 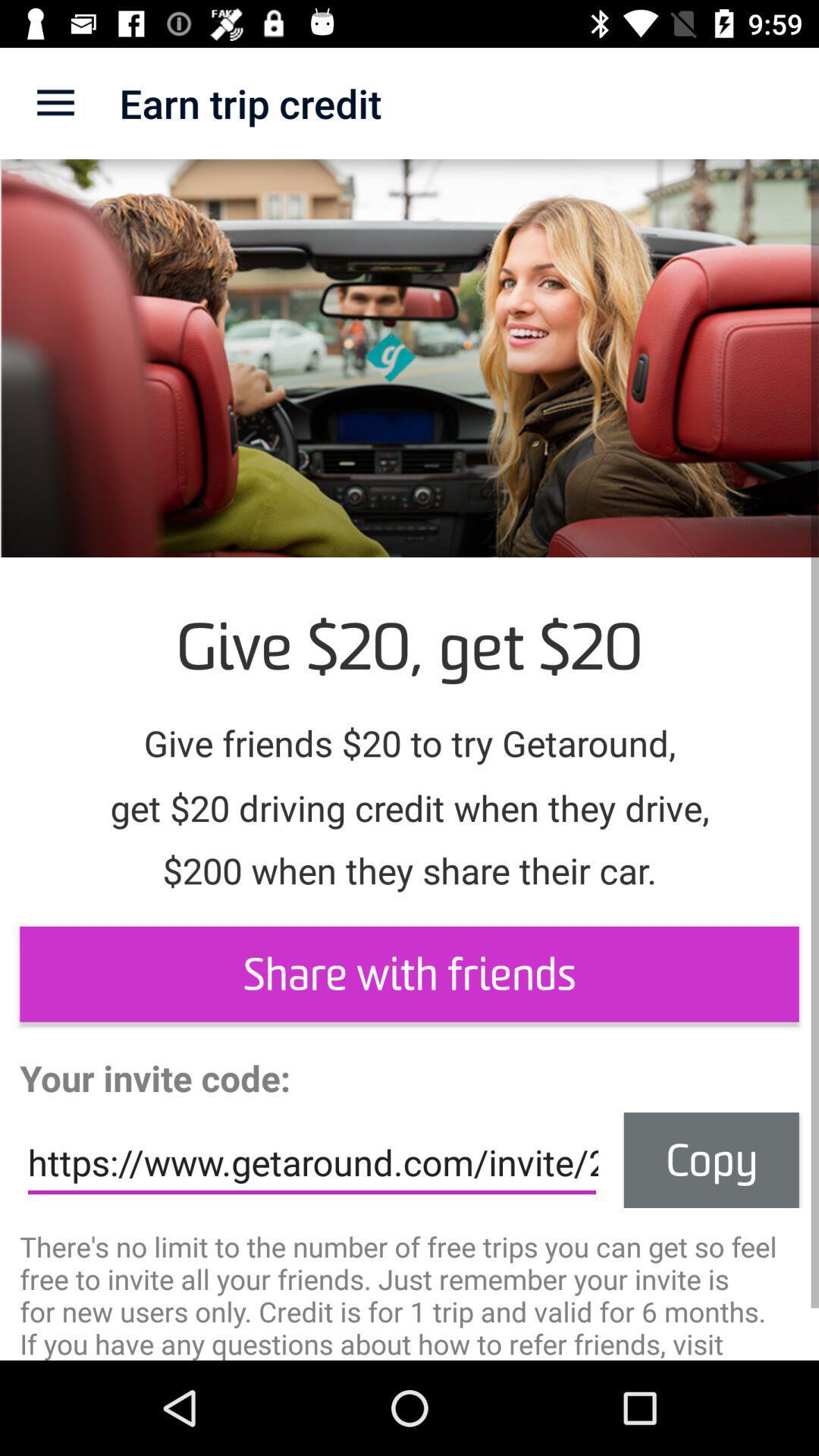 What do you see at coordinates (311, 1162) in the screenshot?
I see `the https www getaround item` at bounding box center [311, 1162].